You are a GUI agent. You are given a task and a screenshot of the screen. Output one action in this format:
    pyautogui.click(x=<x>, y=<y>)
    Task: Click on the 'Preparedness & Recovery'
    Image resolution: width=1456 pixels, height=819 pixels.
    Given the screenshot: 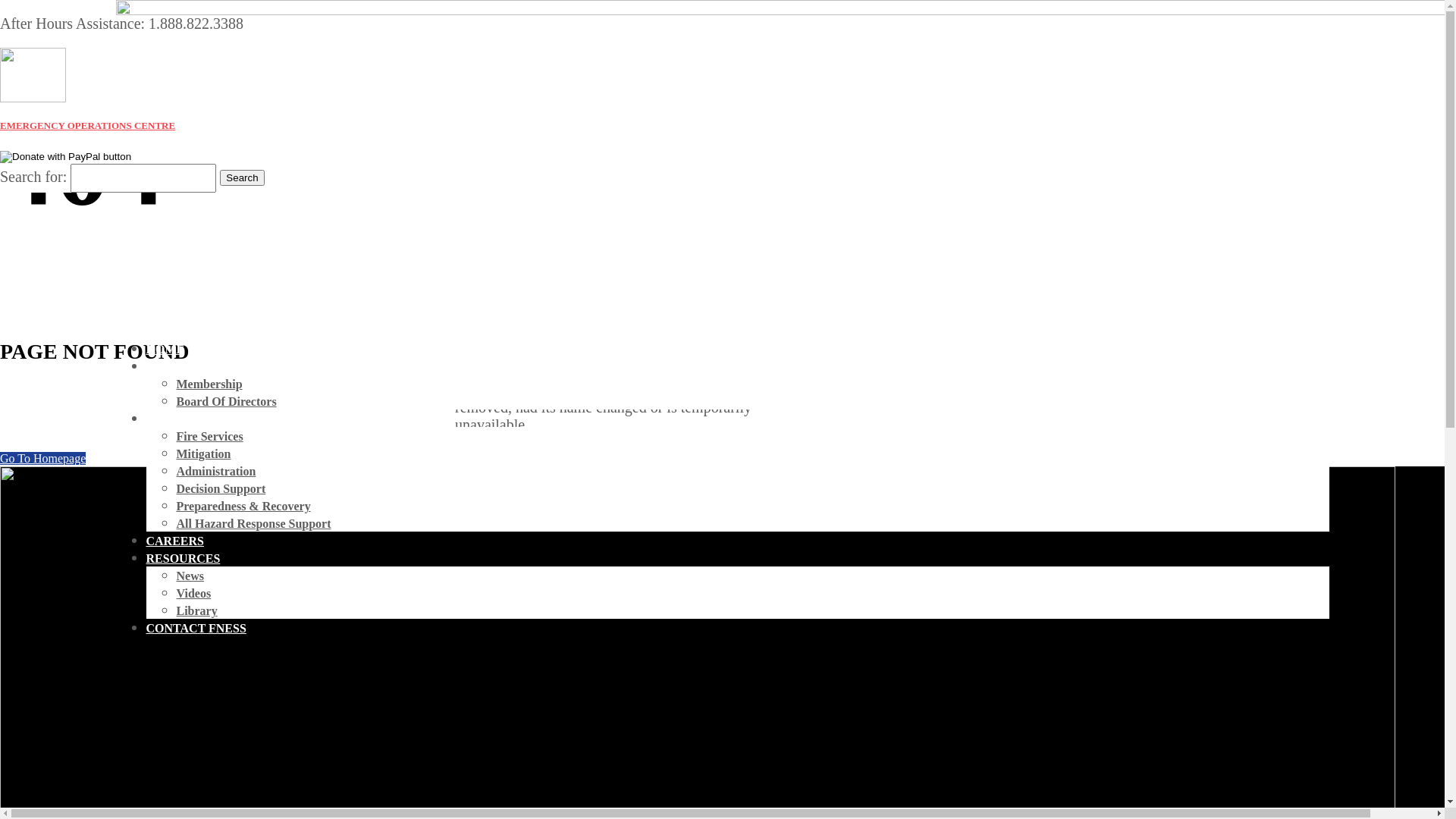 What is the action you would take?
    pyautogui.click(x=243, y=506)
    